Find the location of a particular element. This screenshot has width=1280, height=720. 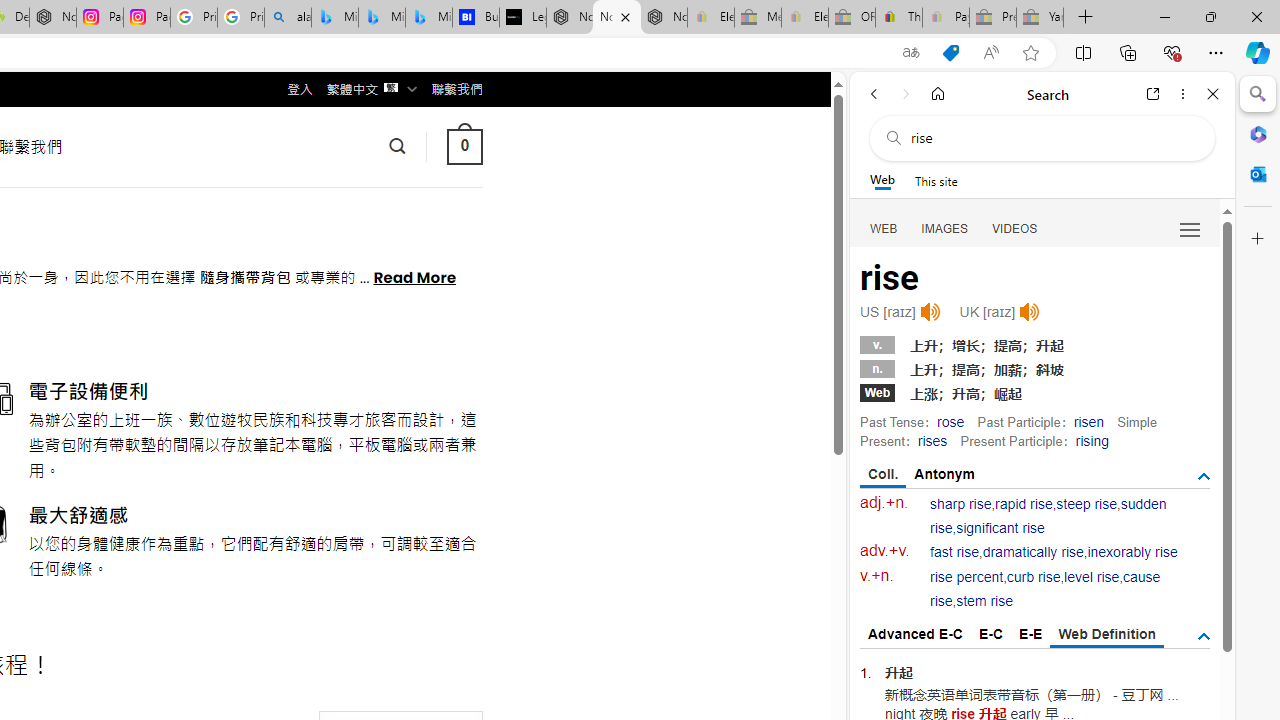

'Click to listen' is located at coordinates (1029, 312).